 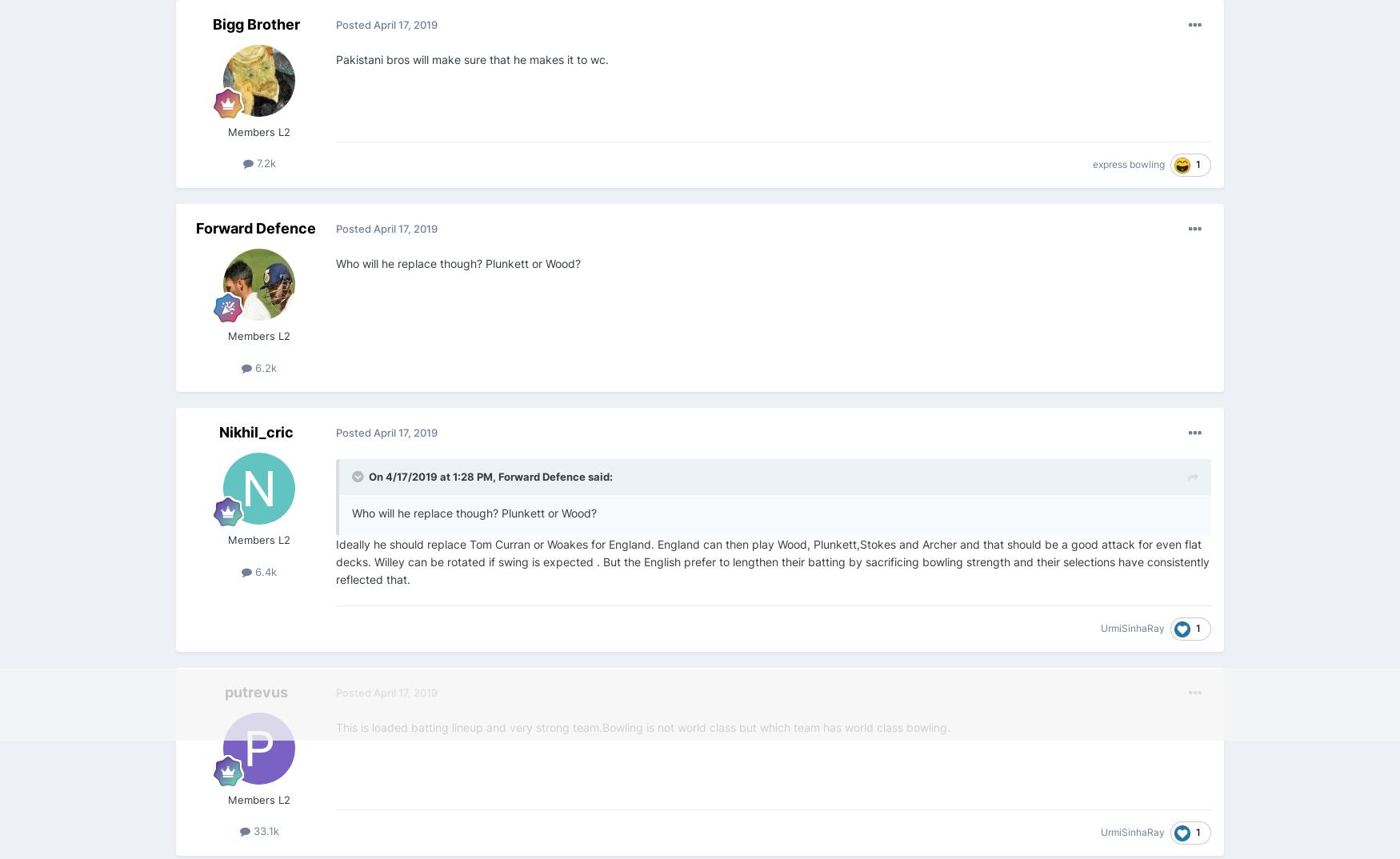 I want to click on '6.2k', so click(x=264, y=366).